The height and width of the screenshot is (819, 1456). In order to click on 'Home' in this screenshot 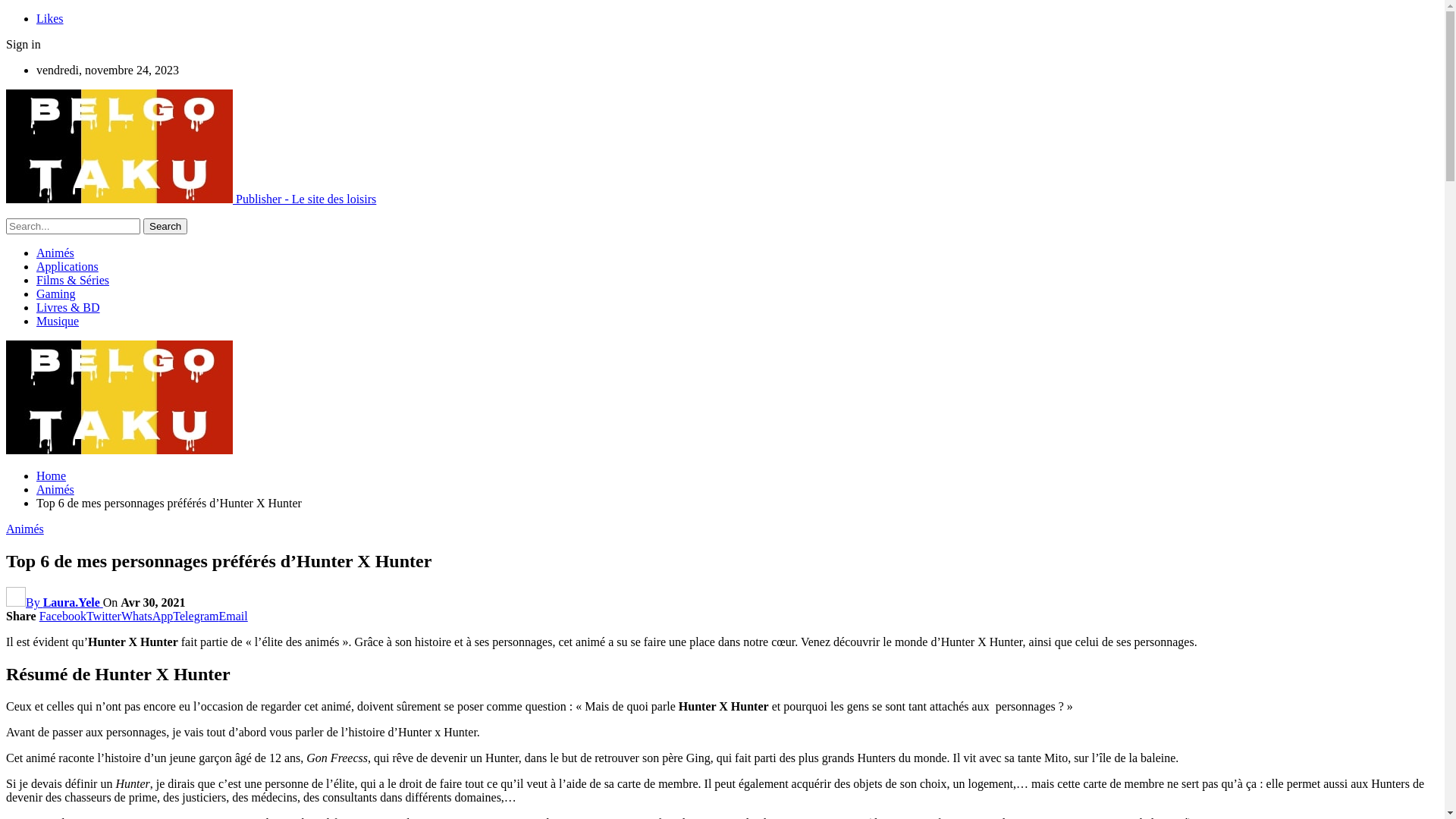, I will do `click(51, 475)`.